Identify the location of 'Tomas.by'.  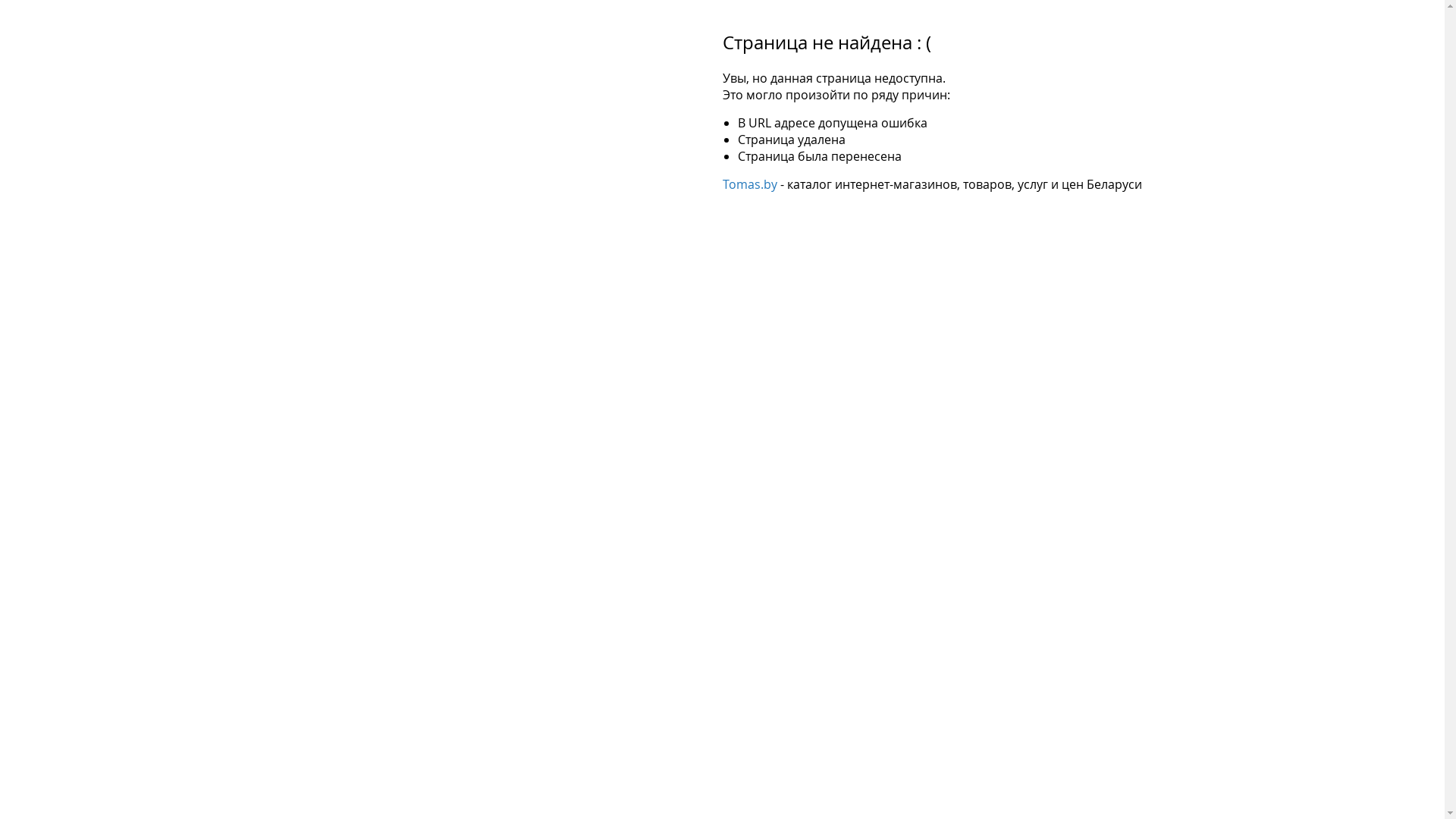
(720, 184).